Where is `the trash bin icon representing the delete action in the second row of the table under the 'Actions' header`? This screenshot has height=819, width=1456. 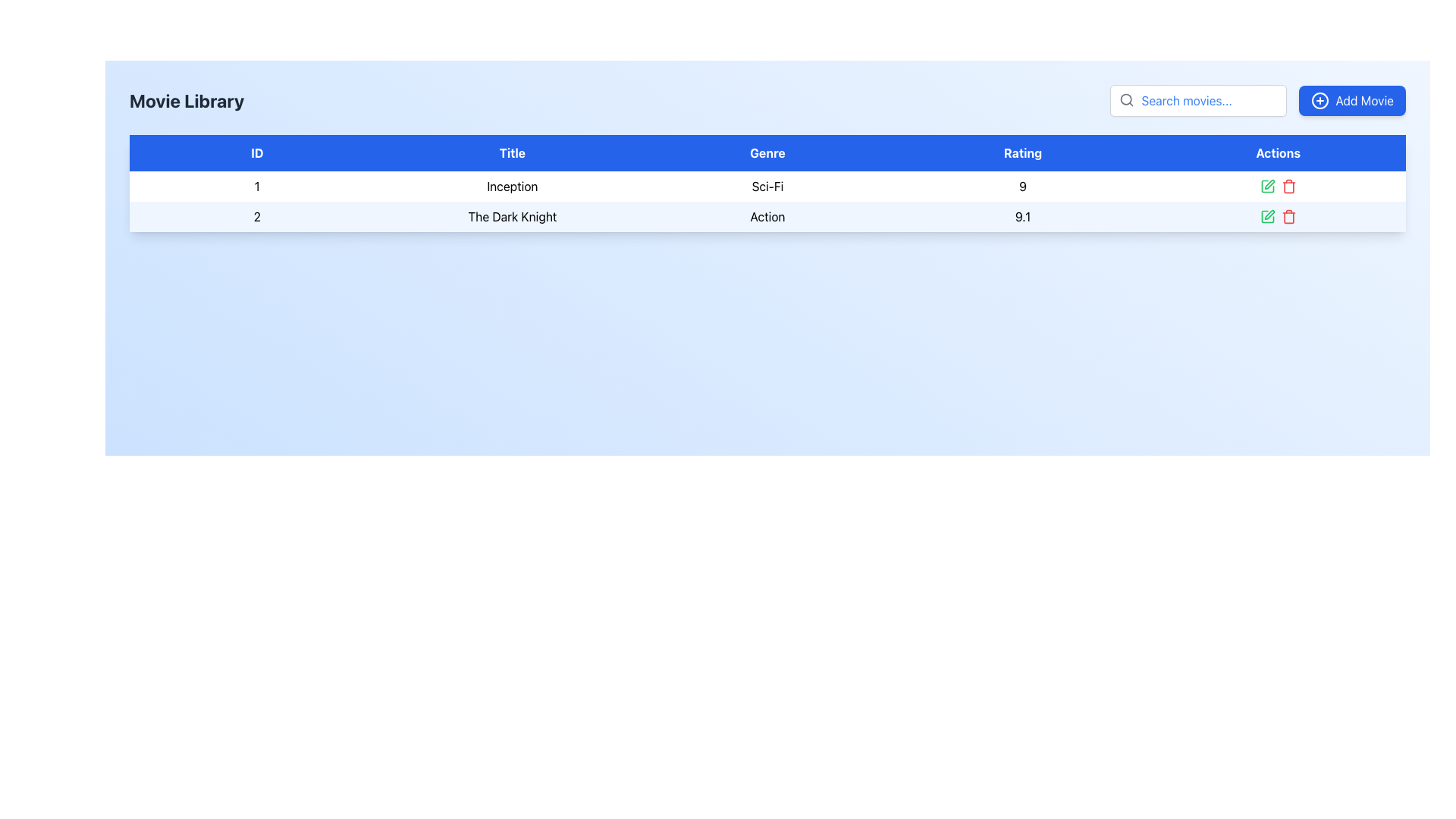 the trash bin icon representing the delete action in the second row of the table under the 'Actions' header is located at coordinates (1288, 218).